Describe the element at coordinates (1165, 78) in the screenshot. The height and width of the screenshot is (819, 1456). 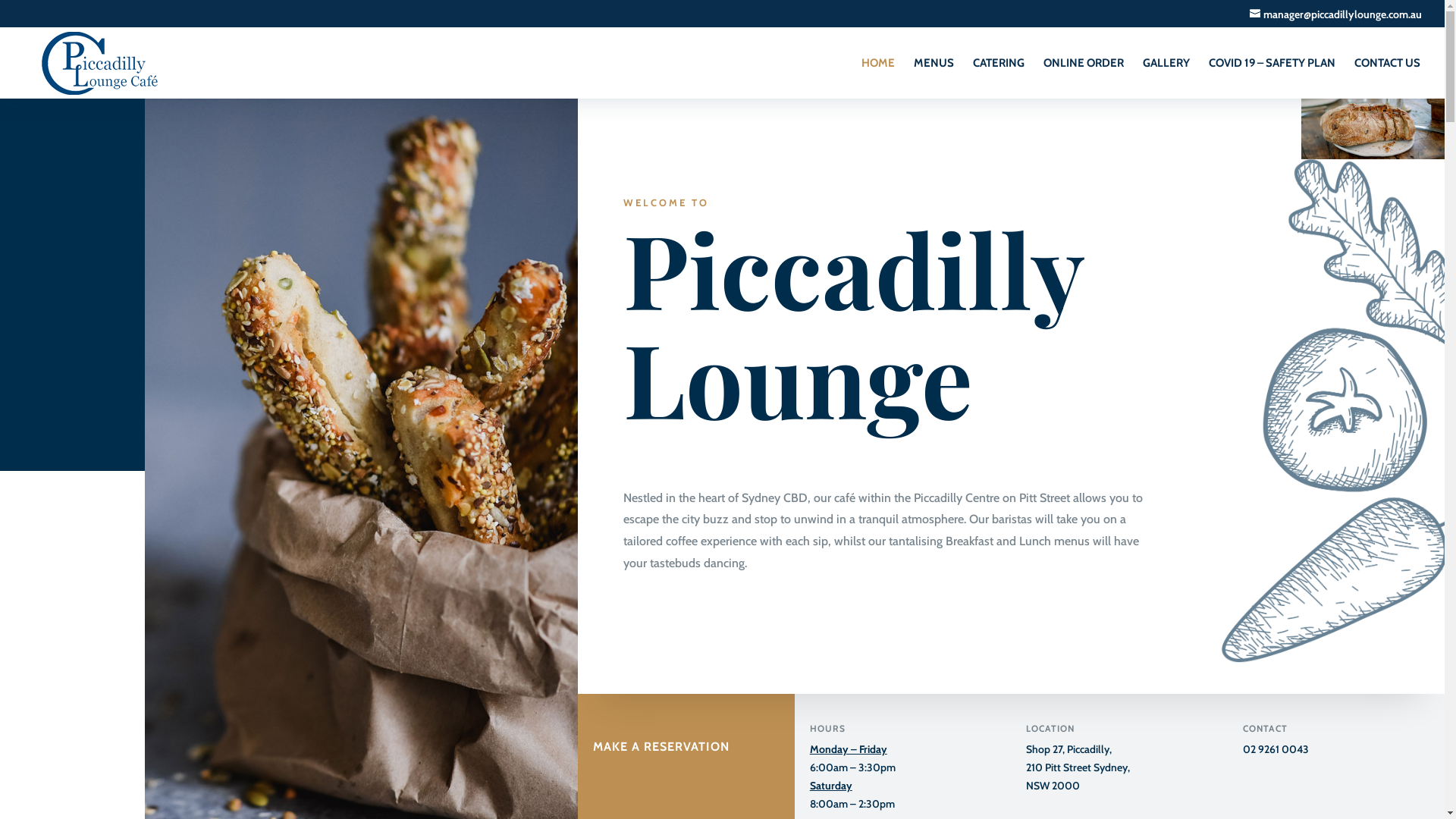
I see `'GALLERY'` at that location.